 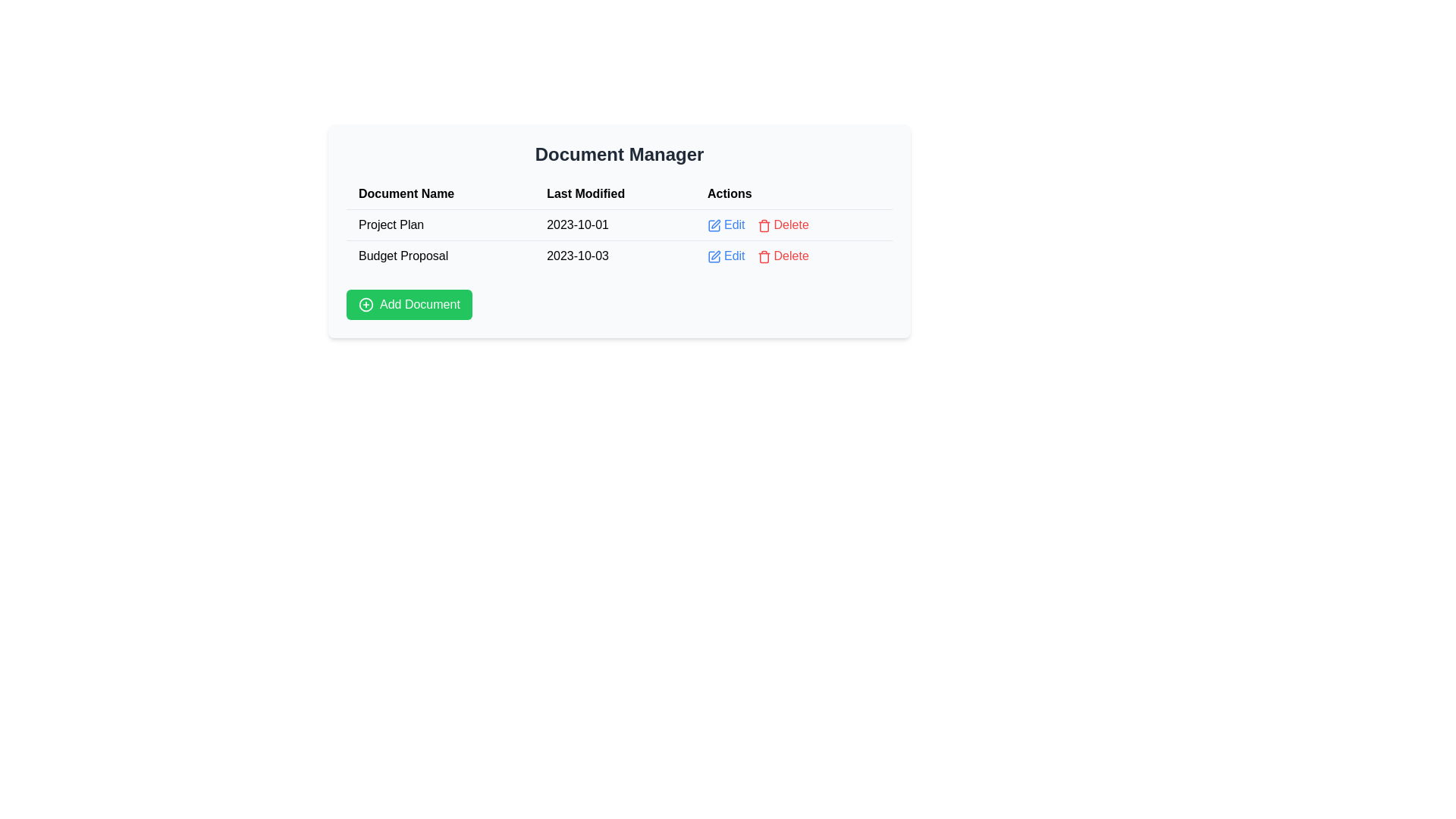 What do you see at coordinates (725, 256) in the screenshot?
I see `the 'Edit' link button styled as a blue hyperlink with a pencil icon` at bounding box center [725, 256].